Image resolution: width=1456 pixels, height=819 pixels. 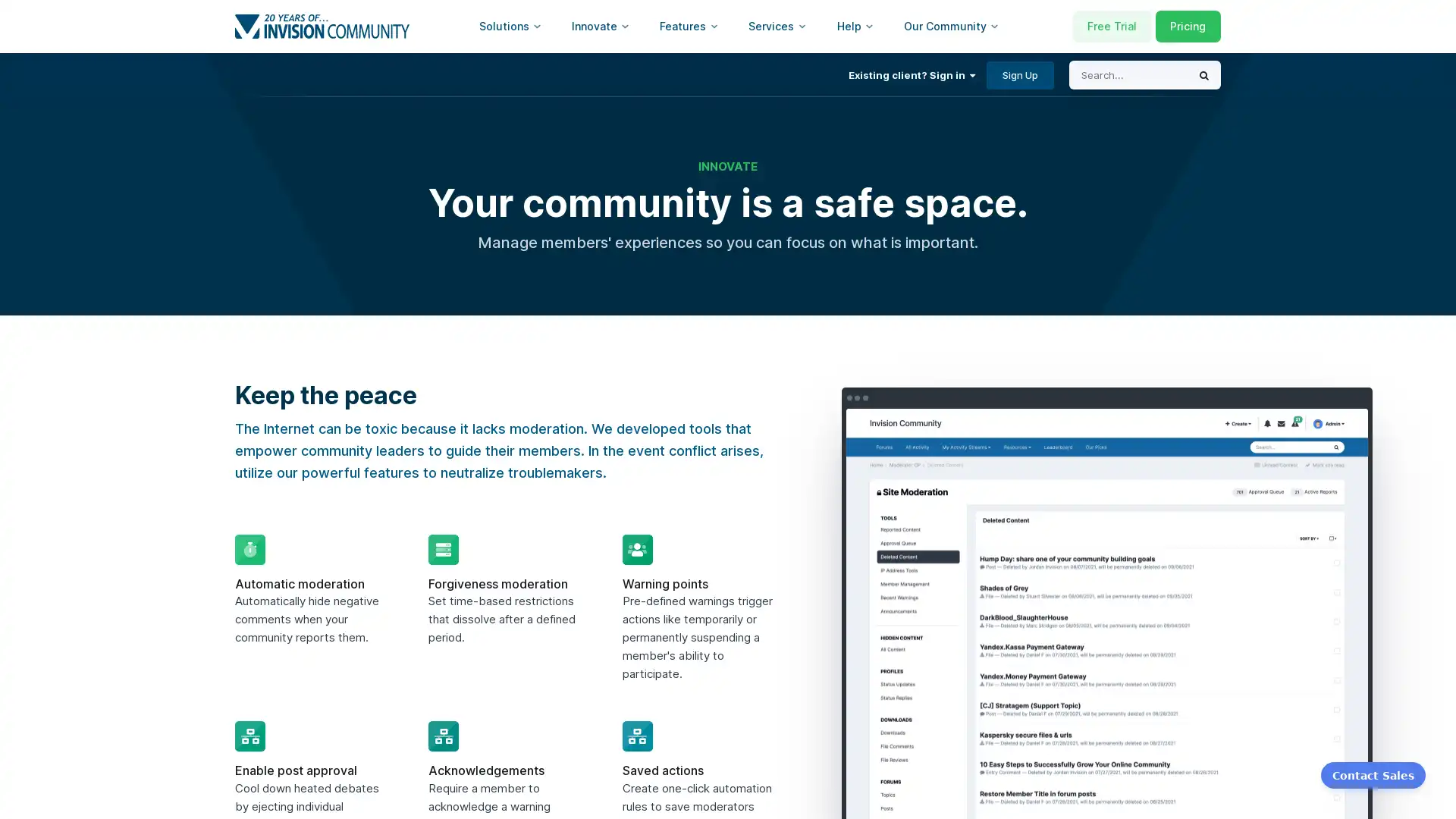 I want to click on Services, so click(x=777, y=26).